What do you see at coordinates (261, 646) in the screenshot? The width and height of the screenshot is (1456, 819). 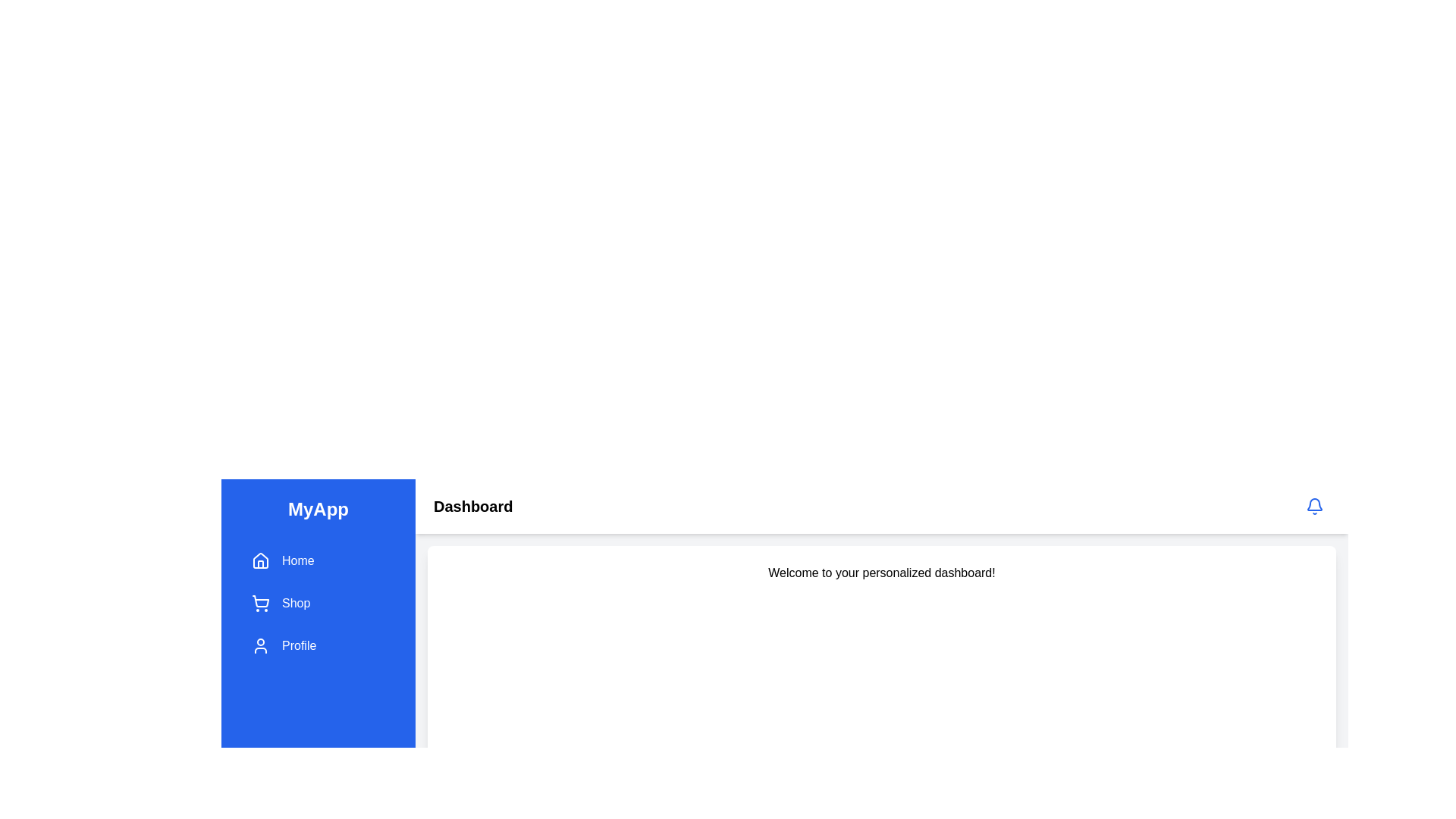 I see `the user silhouette SVG icon located to the left of the text 'Profile' in the navigation bar to interact with the profile feature` at bounding box center [261, 646].